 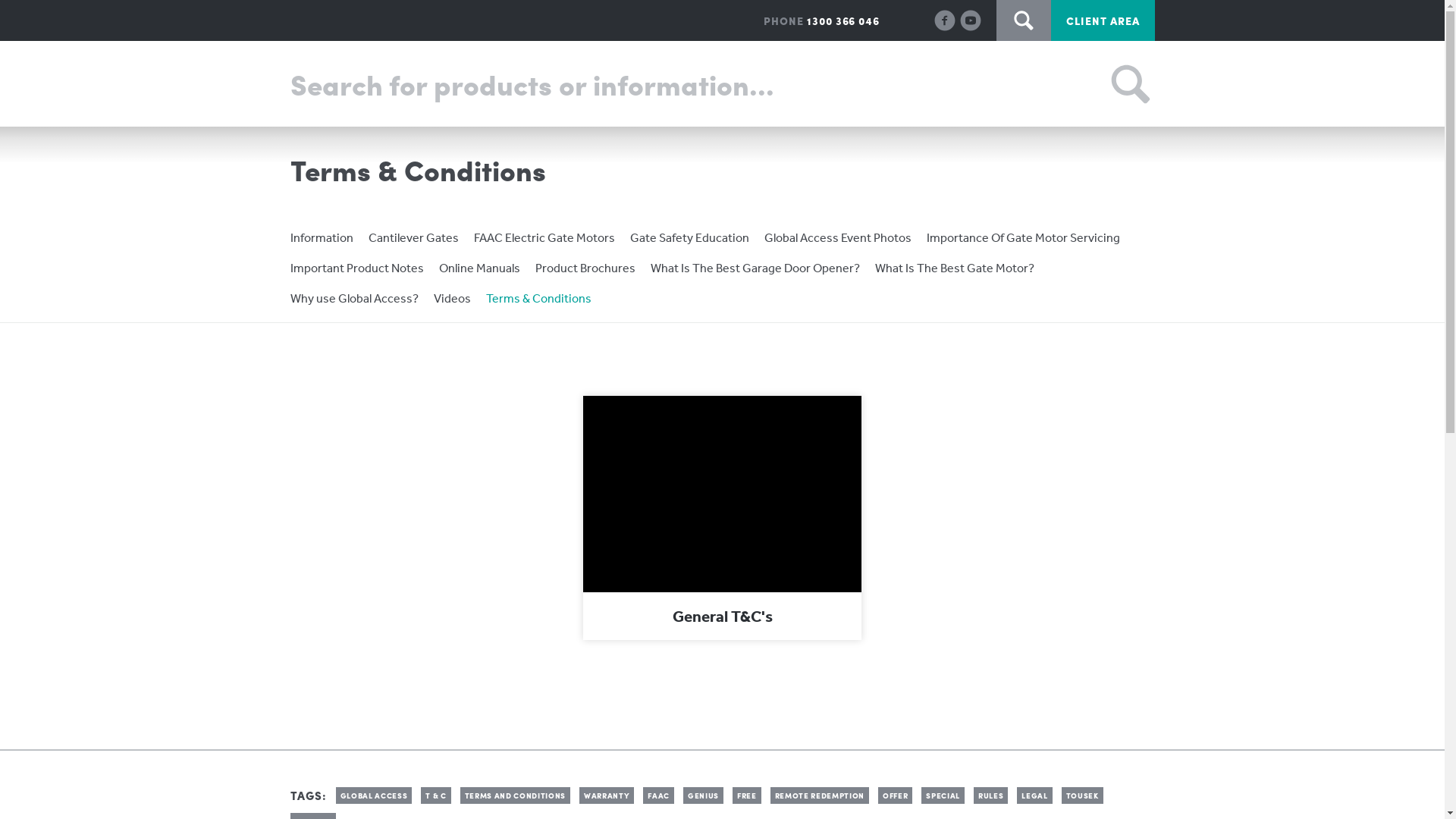 I want to click on 'Information', so click(x=320, y=237).